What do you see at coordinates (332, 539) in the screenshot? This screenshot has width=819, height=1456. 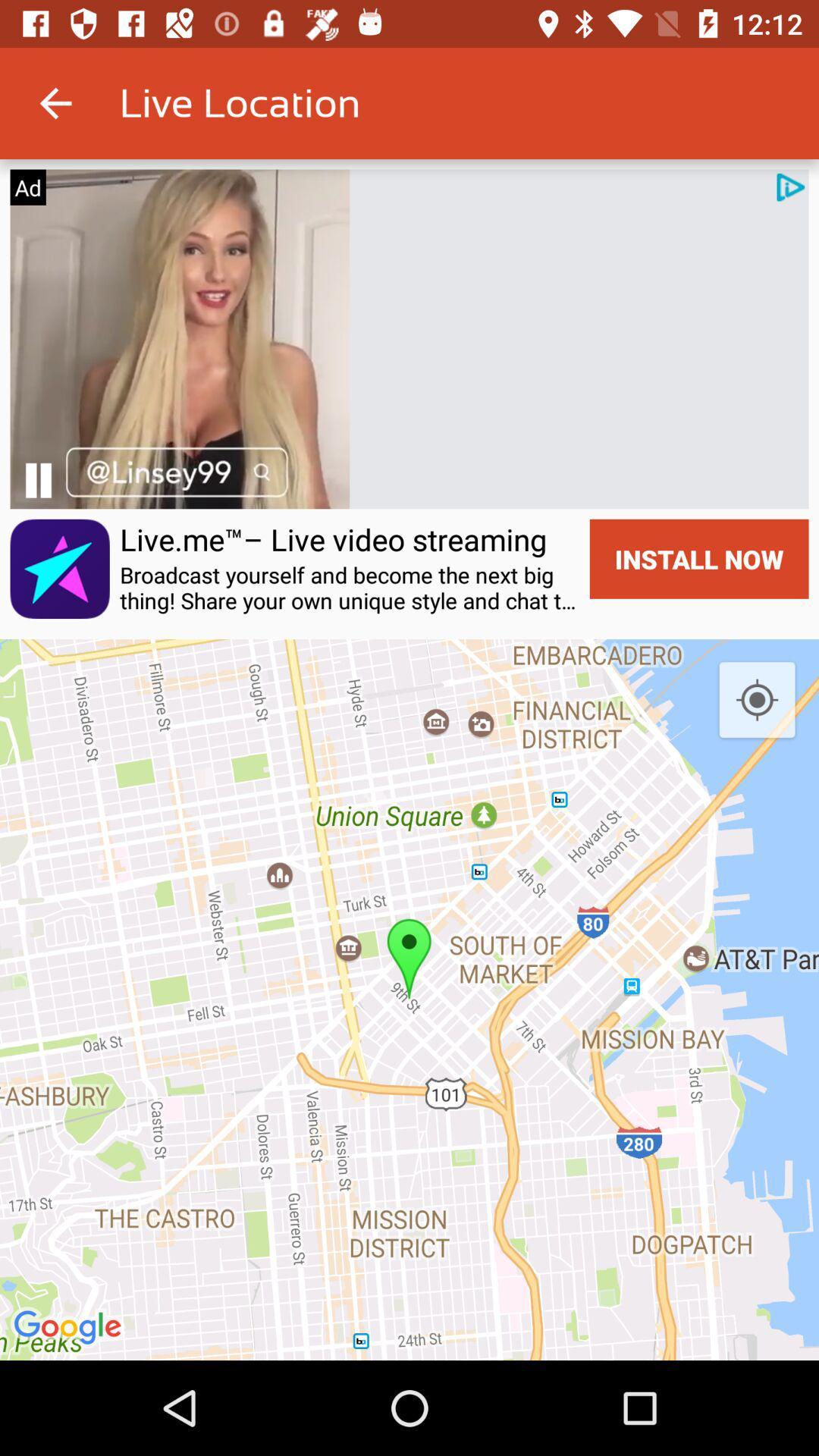 I see `the live me live` at bounding box center [332, 539].